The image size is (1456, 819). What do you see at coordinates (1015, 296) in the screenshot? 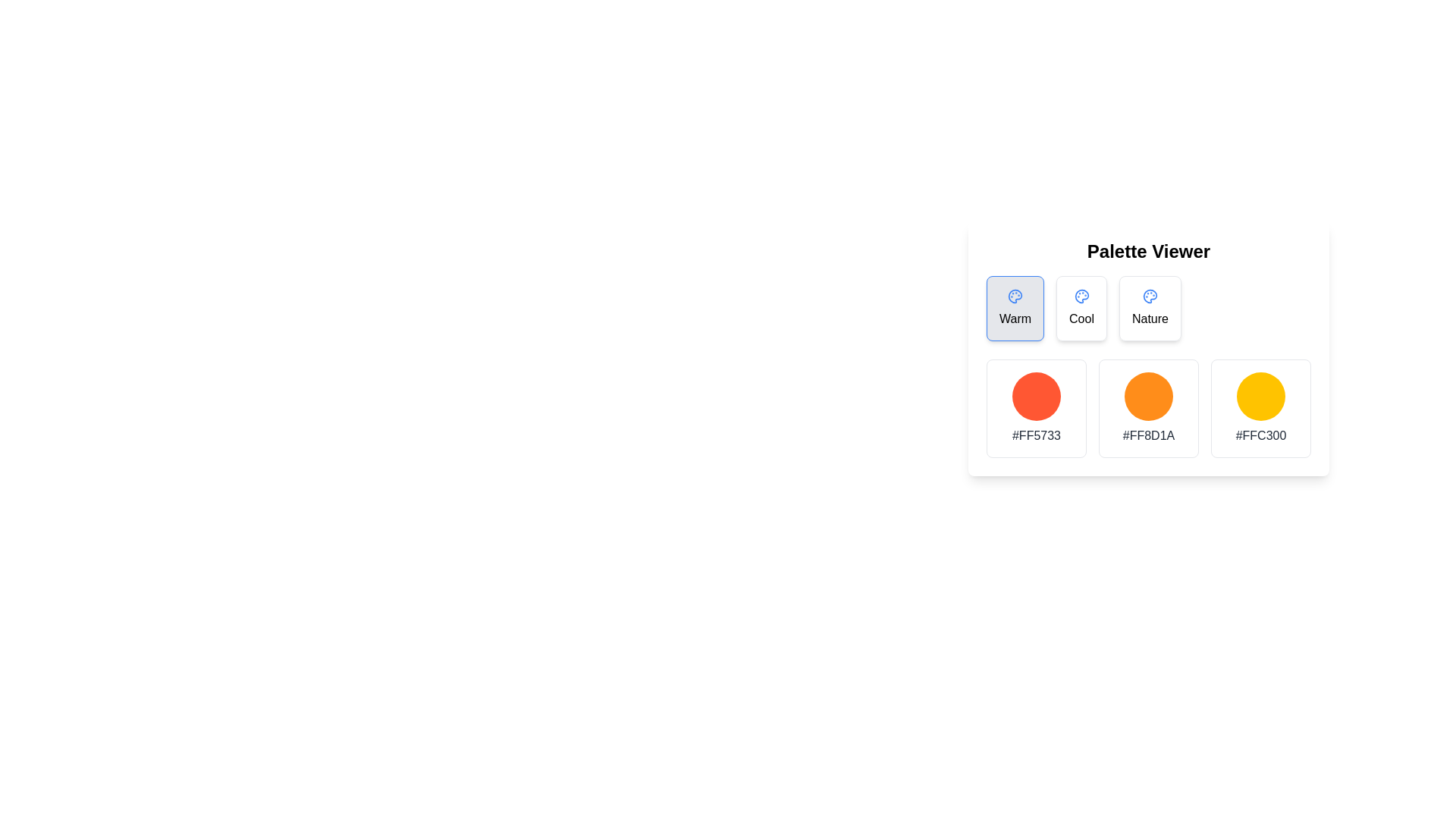
I see `the circular blue palette icon located in the 'Palette Viewer' interface section, positioned to the left of the 'Warm' label` at bounding box center [1015, 296].